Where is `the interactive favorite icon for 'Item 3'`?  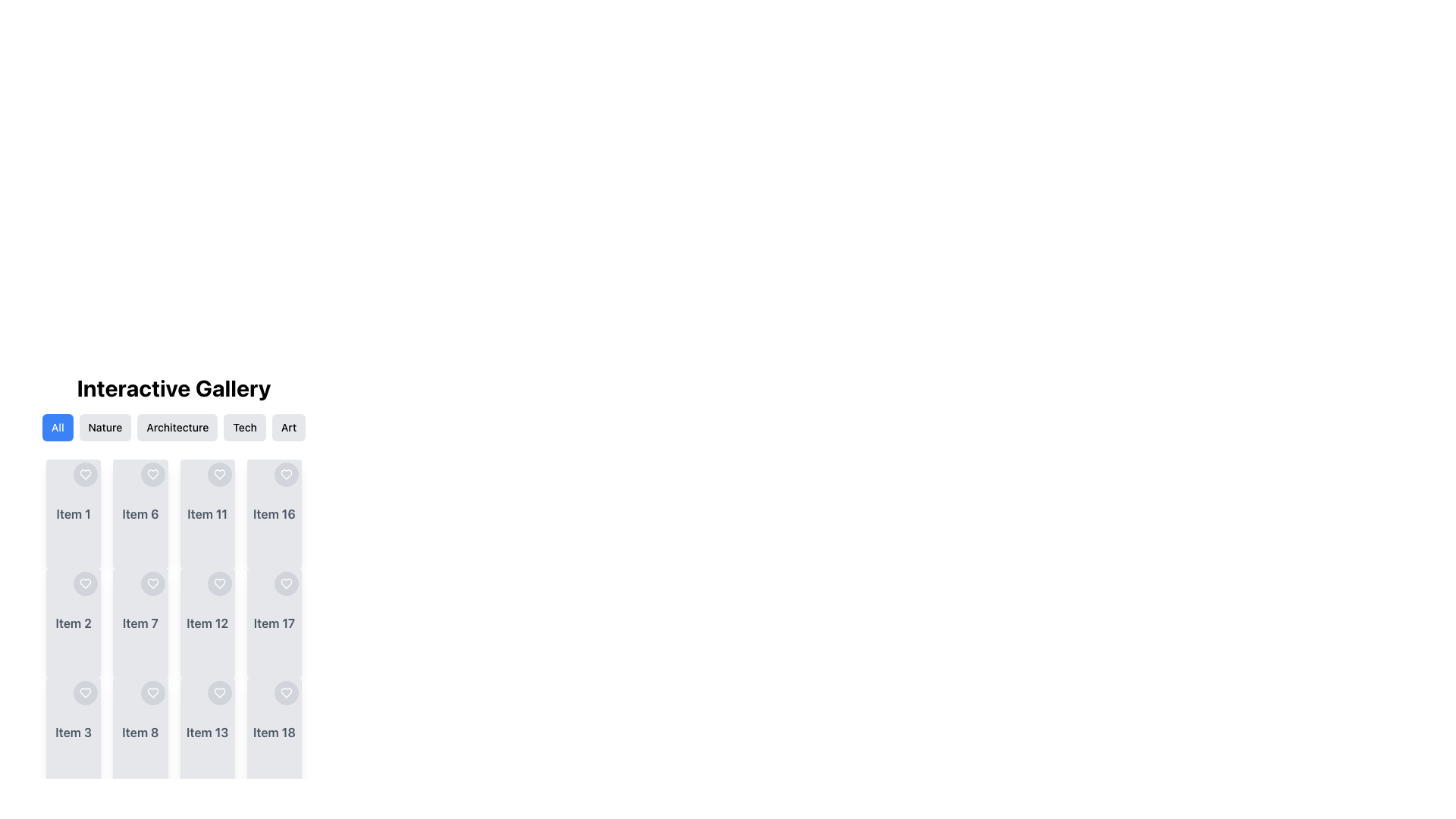
the interactive favorite icon for 'Item 3' is located at coordinates (85, 693).